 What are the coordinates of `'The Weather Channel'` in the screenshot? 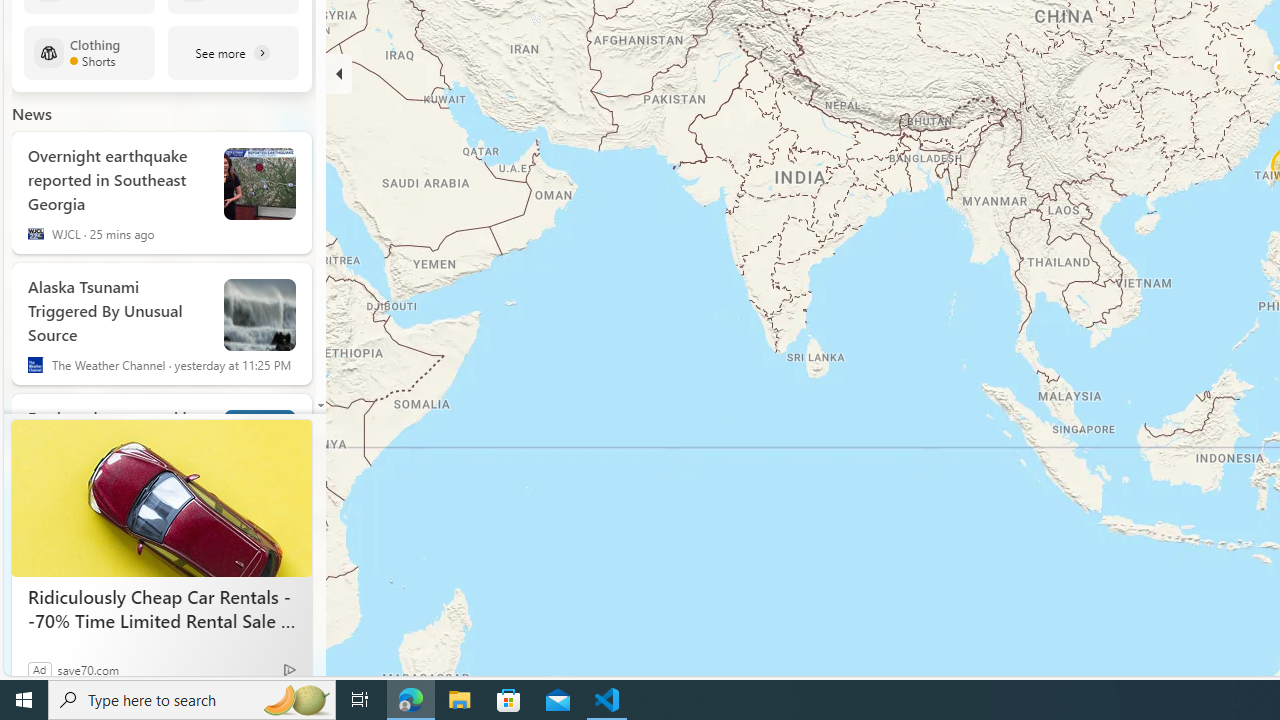 It's located at (35, 365).